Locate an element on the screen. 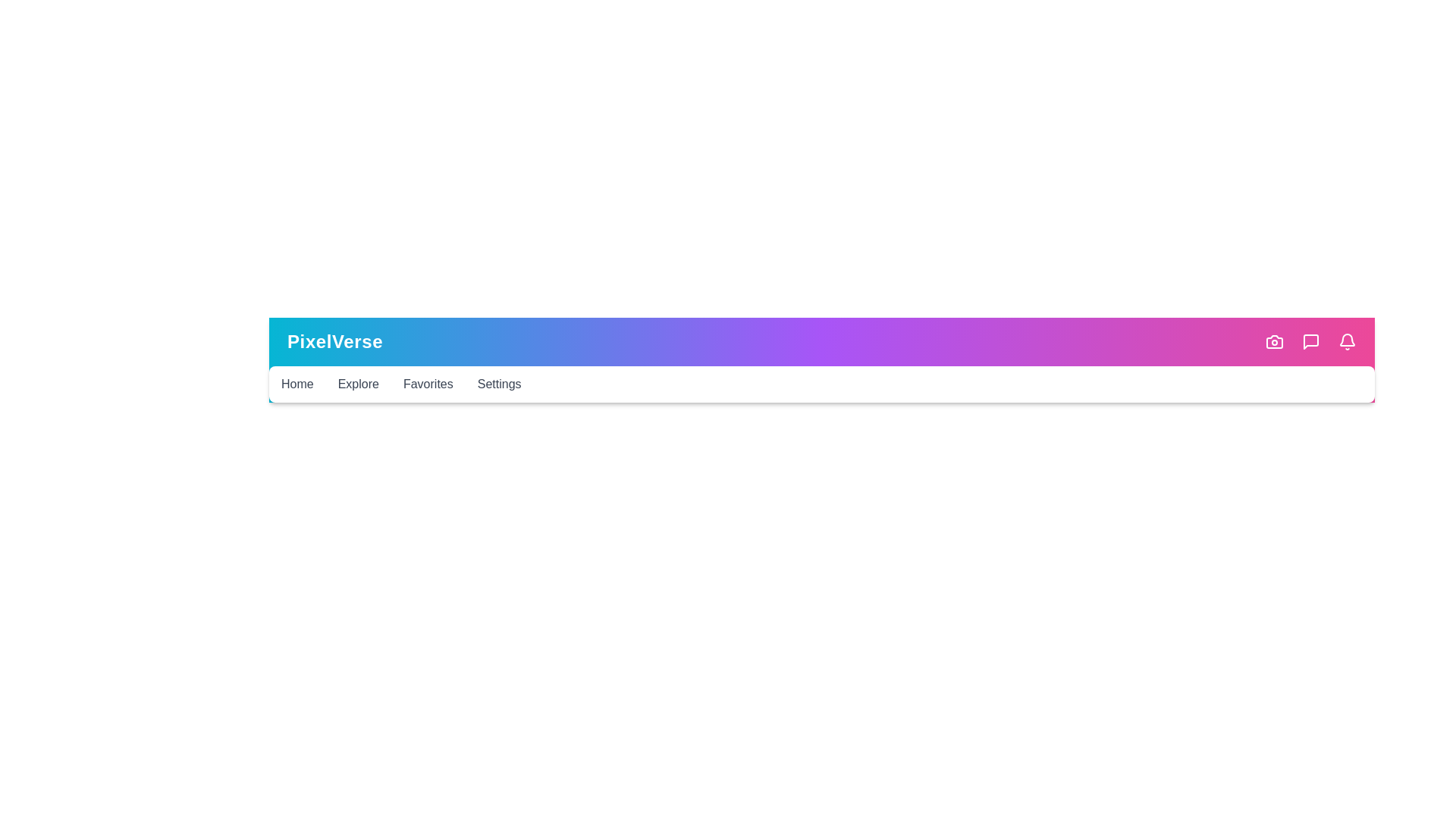  the Messages icon to perform the corresponding quick action is located at coordinates (1310, 342).